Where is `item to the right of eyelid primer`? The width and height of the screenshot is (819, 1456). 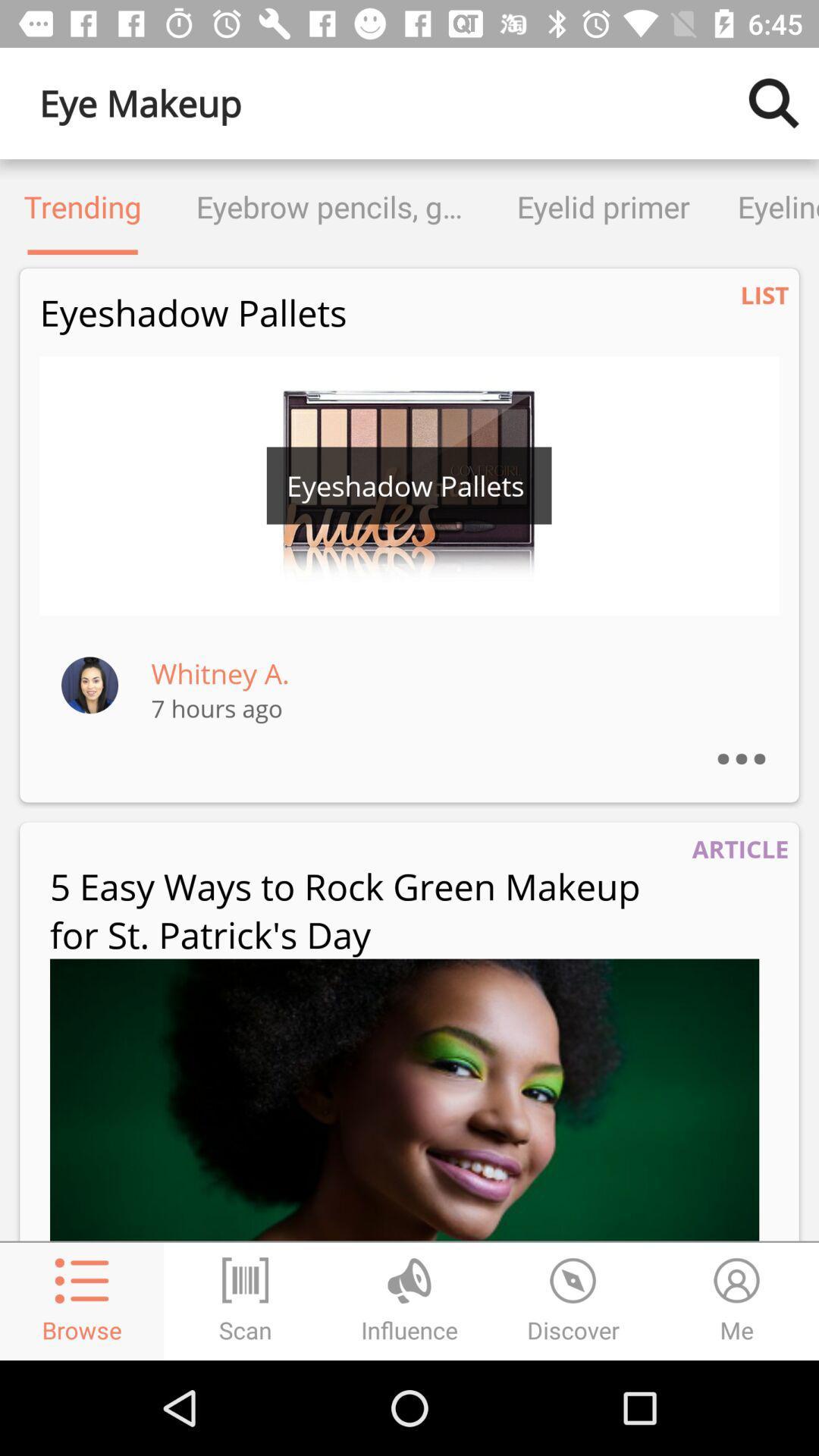
item to the right of eyelid primer is located at coordinates (766, 206).